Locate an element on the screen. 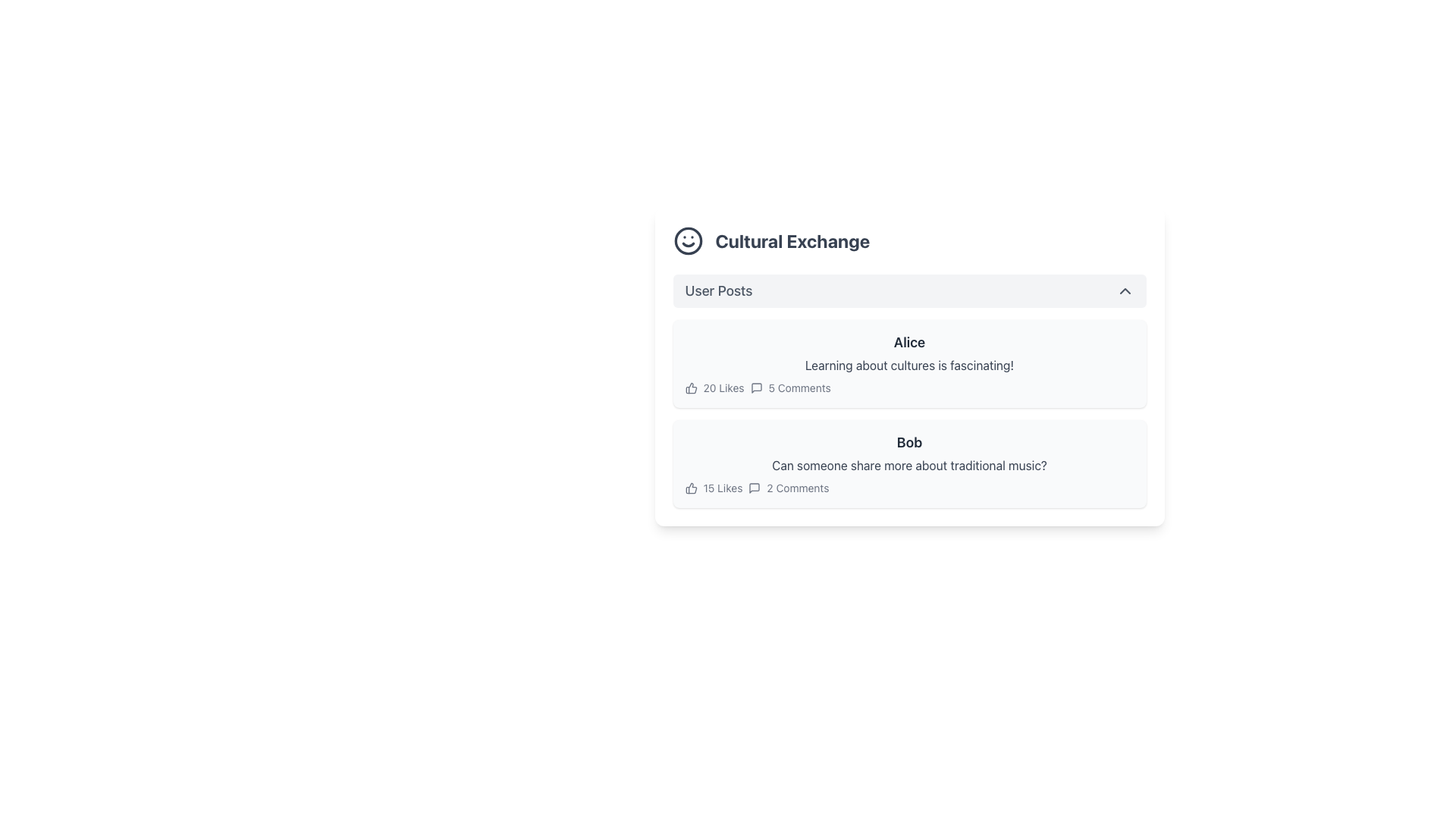 This screenshot has width=1456, height=819. comment count displayed in the Text Label located below Bob's post, adjacent to the '15 Likes' label is located at coordinates (797, 488).